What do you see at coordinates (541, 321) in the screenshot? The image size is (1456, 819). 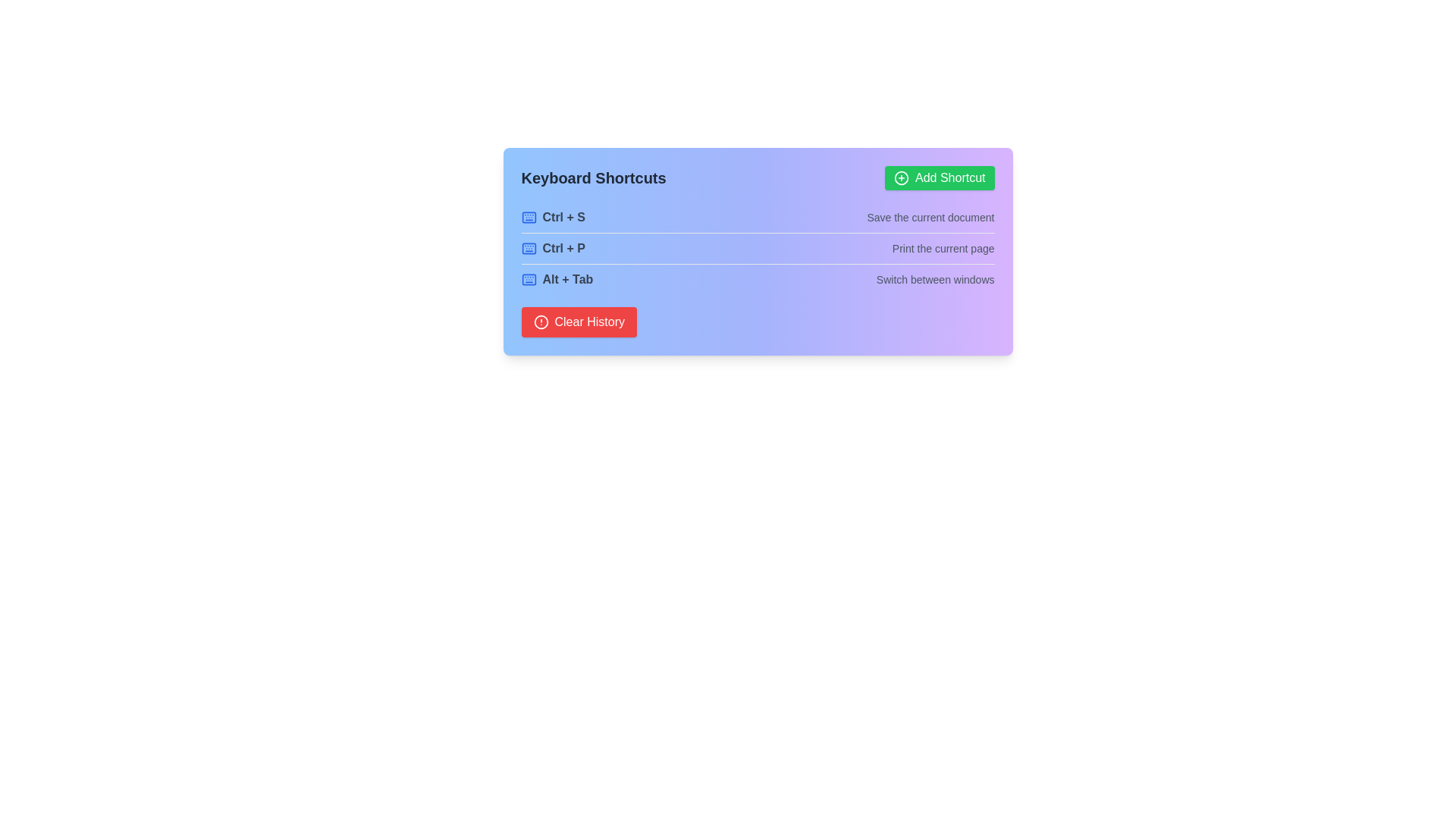 I see `the circular alert icon styled as a warning or alert indicator located at the bottom-right corner of the 'Clear History' button` at bounding box center [541, 321].